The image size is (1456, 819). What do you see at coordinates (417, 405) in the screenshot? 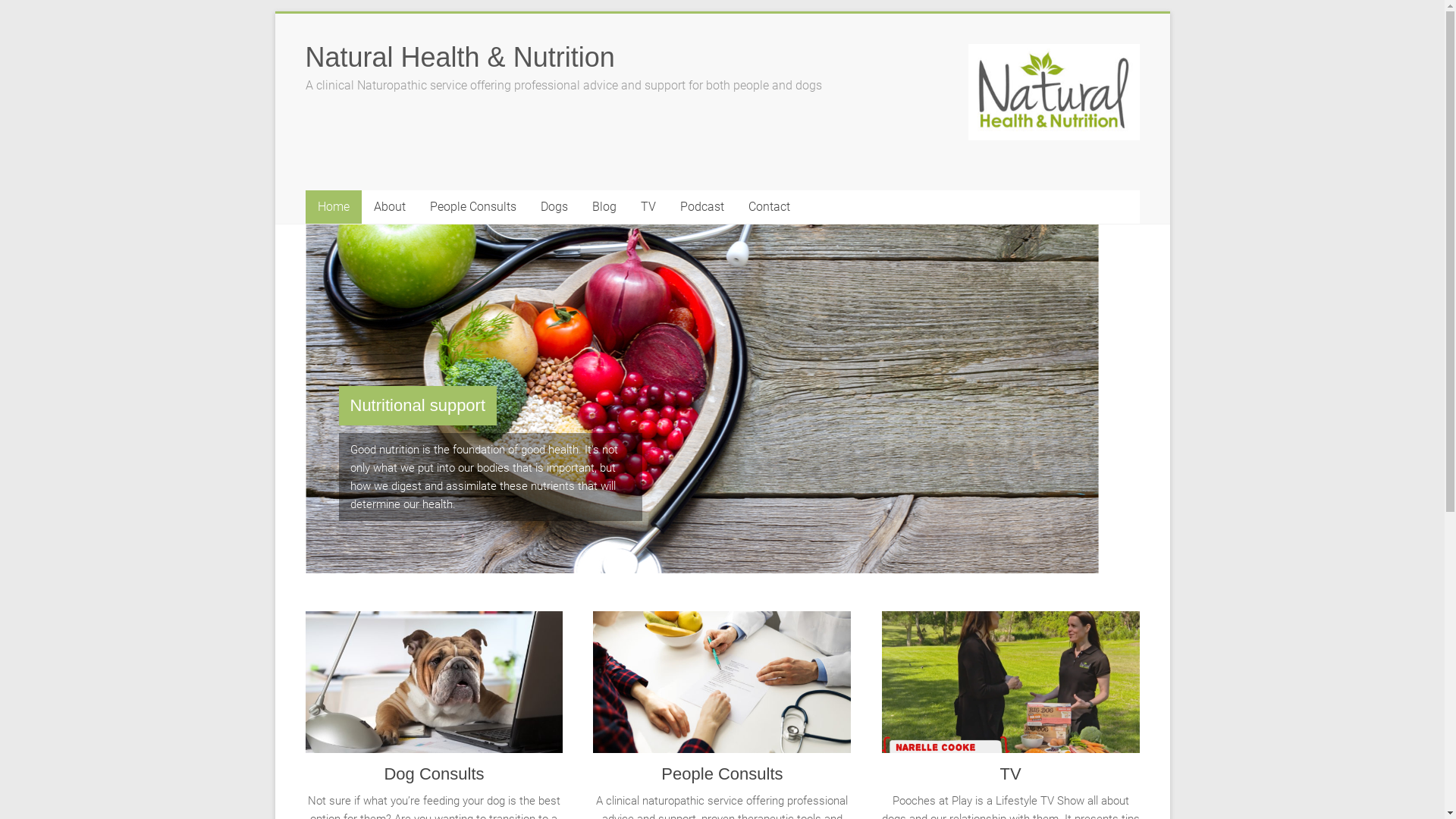
I see `'Nutritional support'` at bounding box center [417, 405].